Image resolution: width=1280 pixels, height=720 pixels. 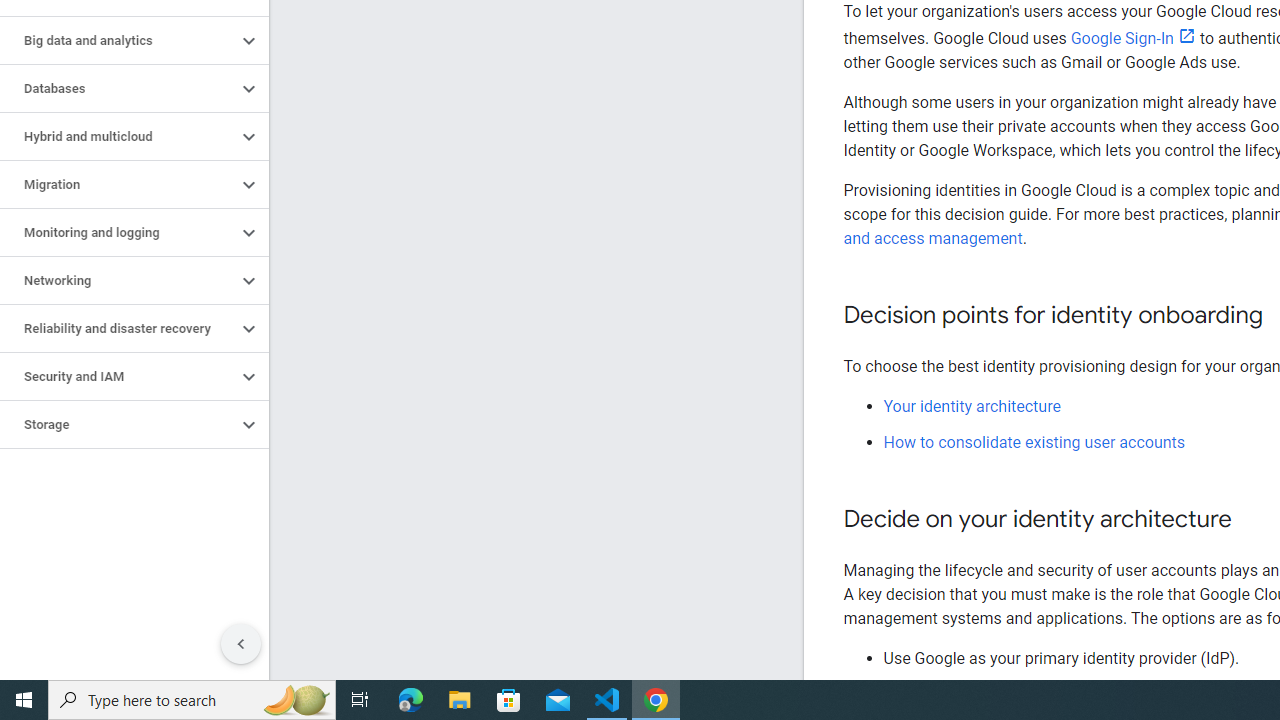 I want to click on 'Reliability and disaster recovery', so click(x=117, y=328).